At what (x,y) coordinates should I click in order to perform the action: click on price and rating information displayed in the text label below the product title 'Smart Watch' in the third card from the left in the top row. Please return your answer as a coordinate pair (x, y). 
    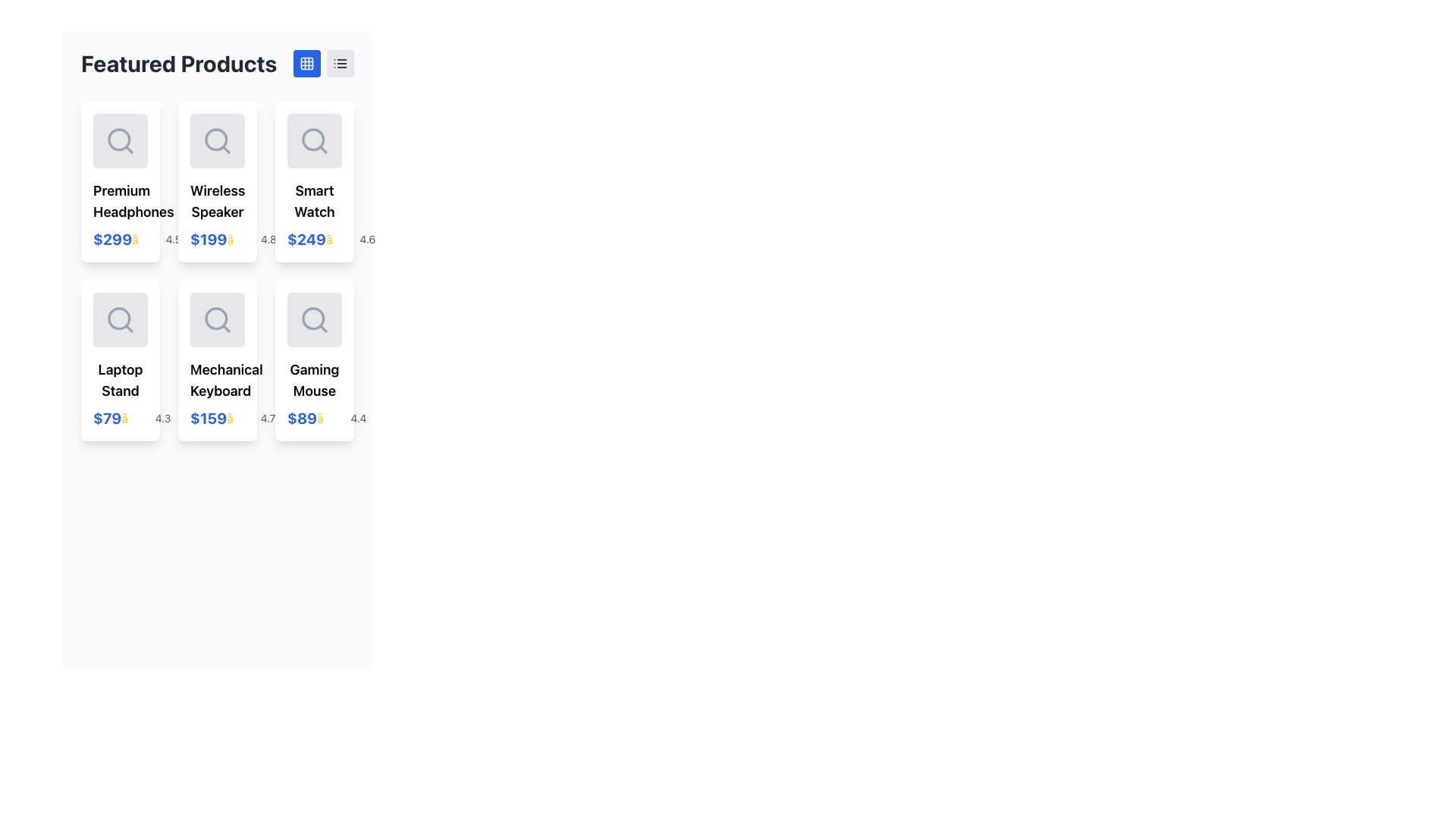
    Looking at the image, I should click on (313, 239).